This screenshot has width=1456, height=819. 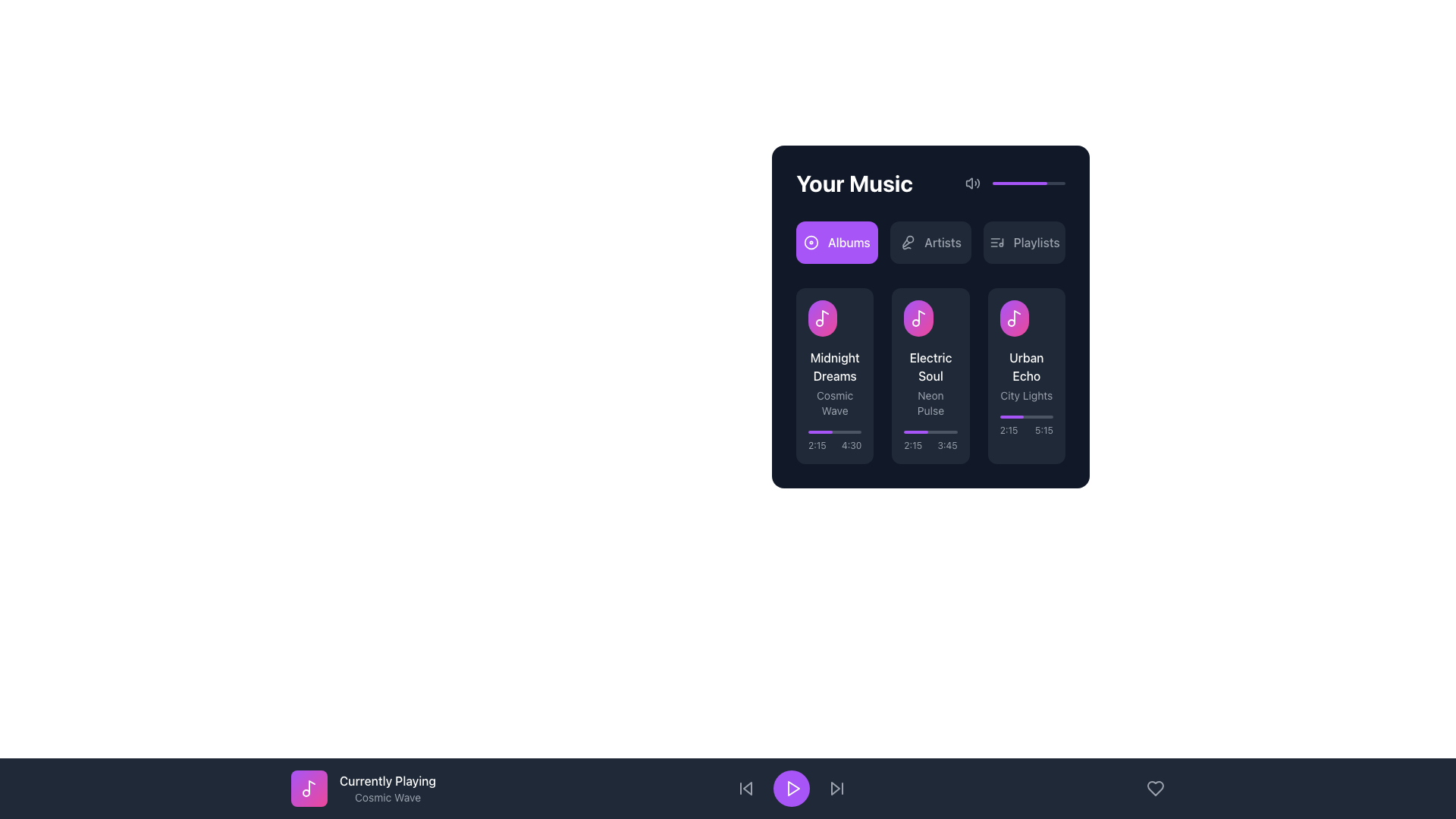 What do you see at coordinates (1034, 183) in the screenshot?
I see `the volume slider` at bounding box center [1034, 183].